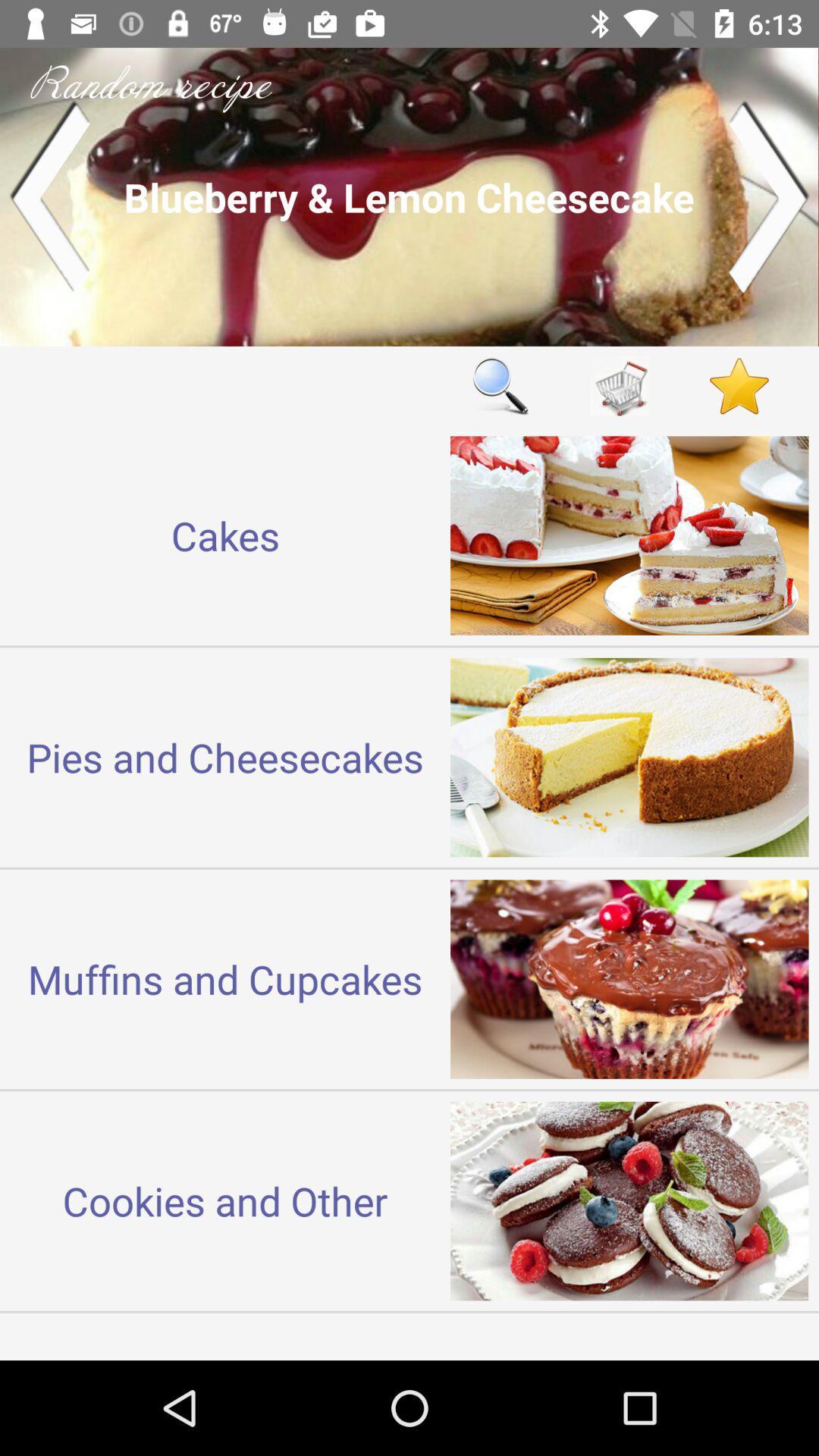  Describe the element at coordinates (225, 535) in the screenshot. I see `the item above pies and cheesecakes` at that location.